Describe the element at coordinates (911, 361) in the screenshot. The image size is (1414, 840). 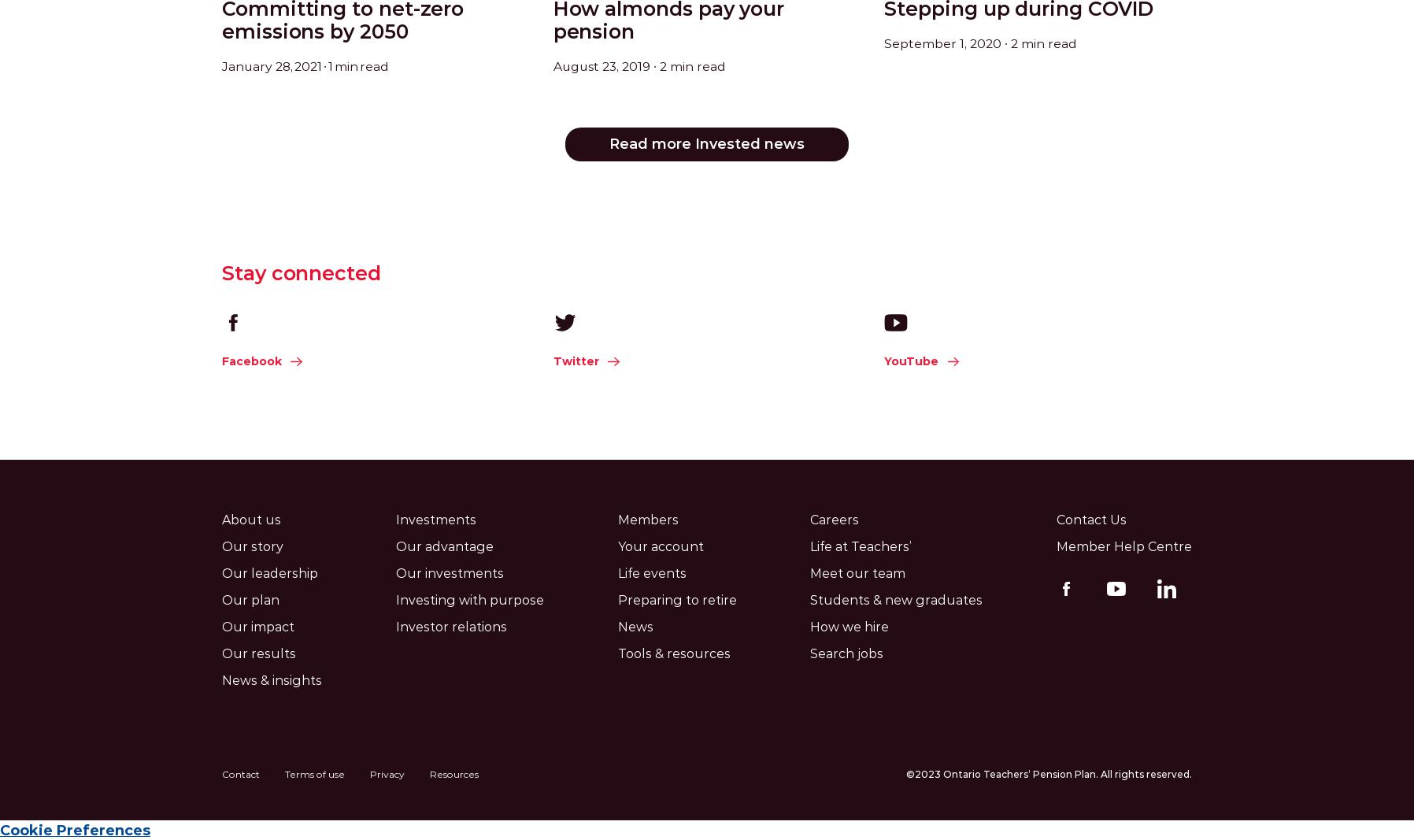
I see `'YouTube'` at that location.